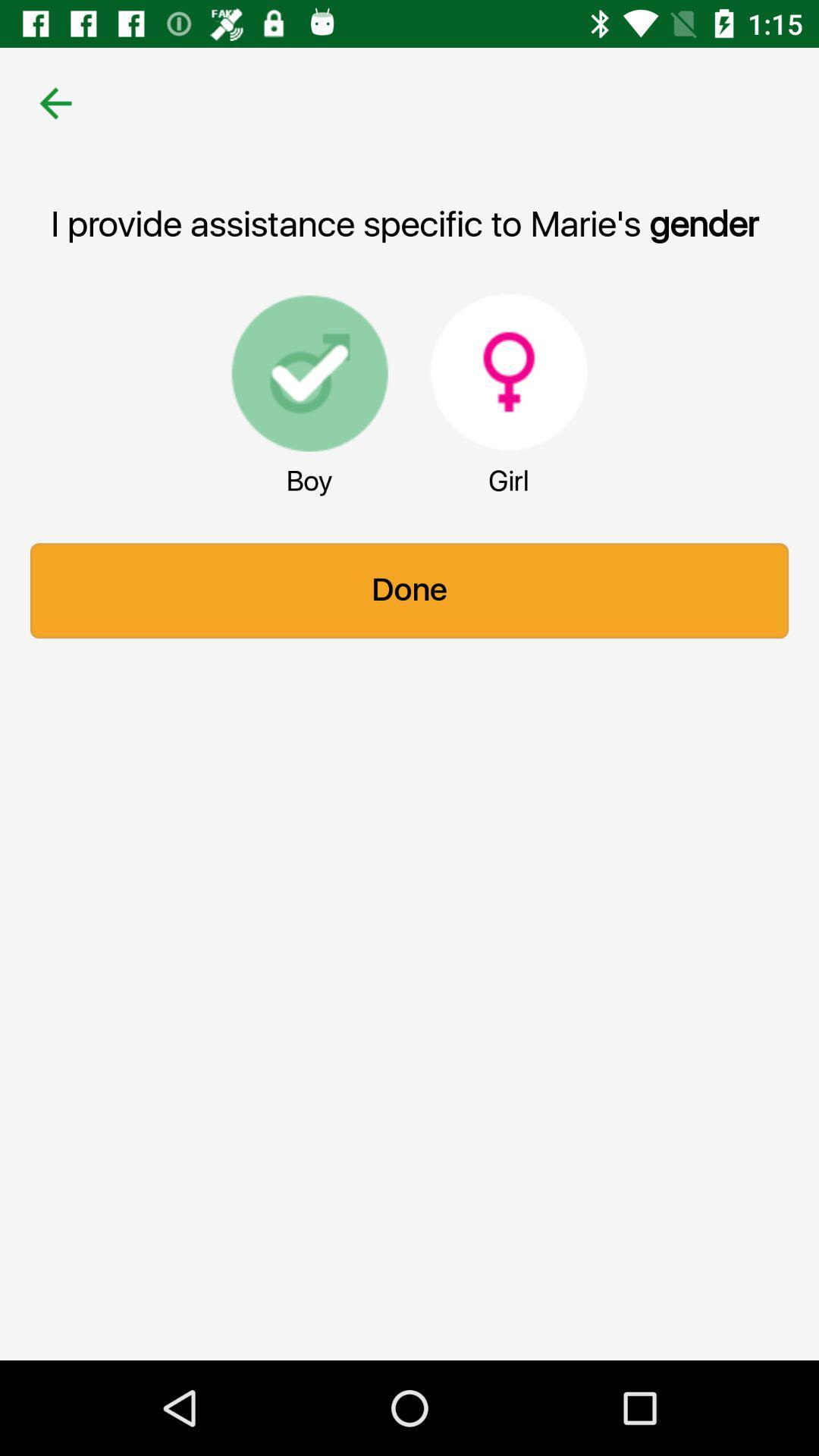  I want to click on choose female as gender by clicking icon, so click(509, 372).